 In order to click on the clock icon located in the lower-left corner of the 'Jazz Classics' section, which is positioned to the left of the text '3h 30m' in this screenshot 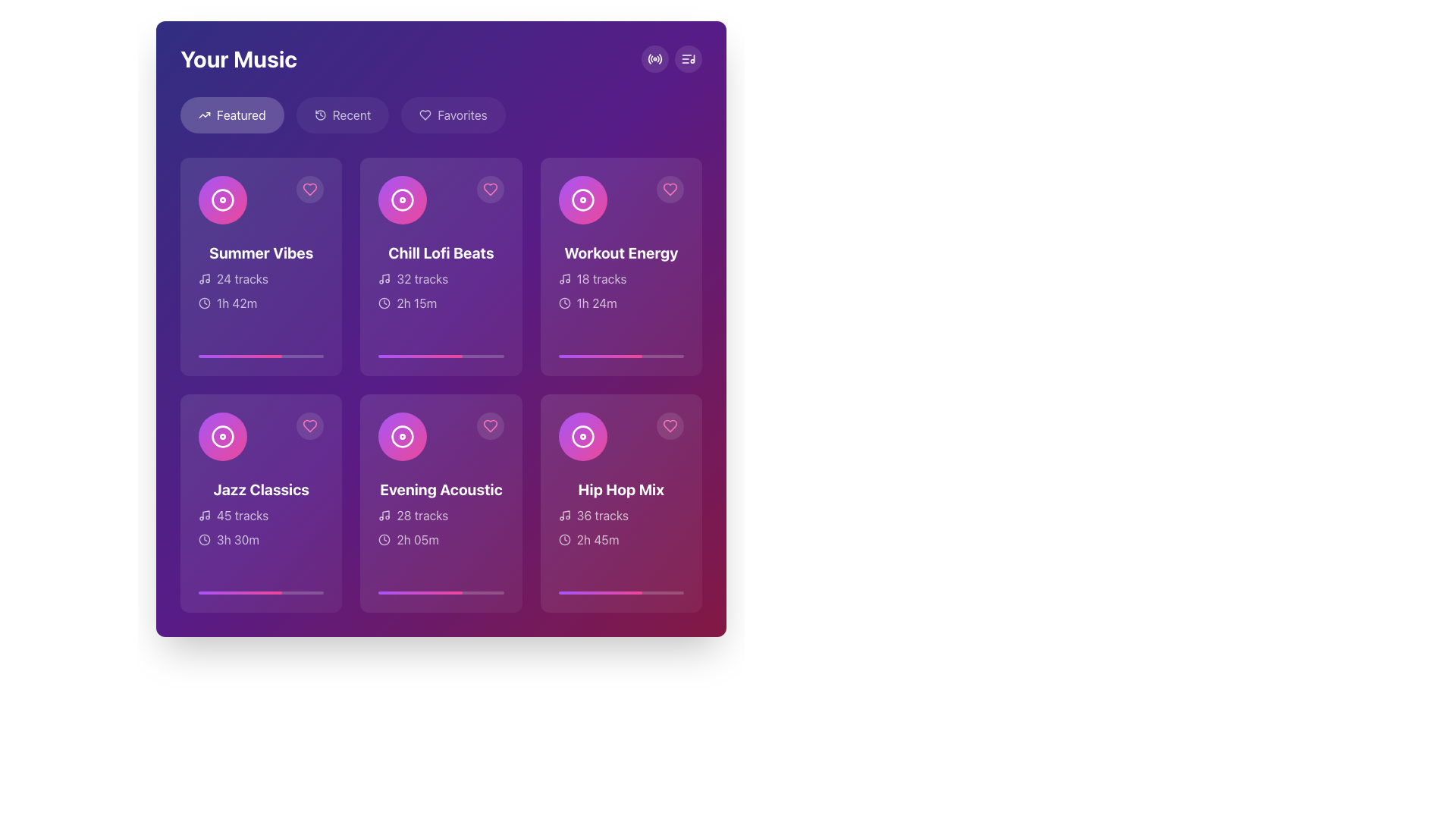, I will do `click(203, 539)`.